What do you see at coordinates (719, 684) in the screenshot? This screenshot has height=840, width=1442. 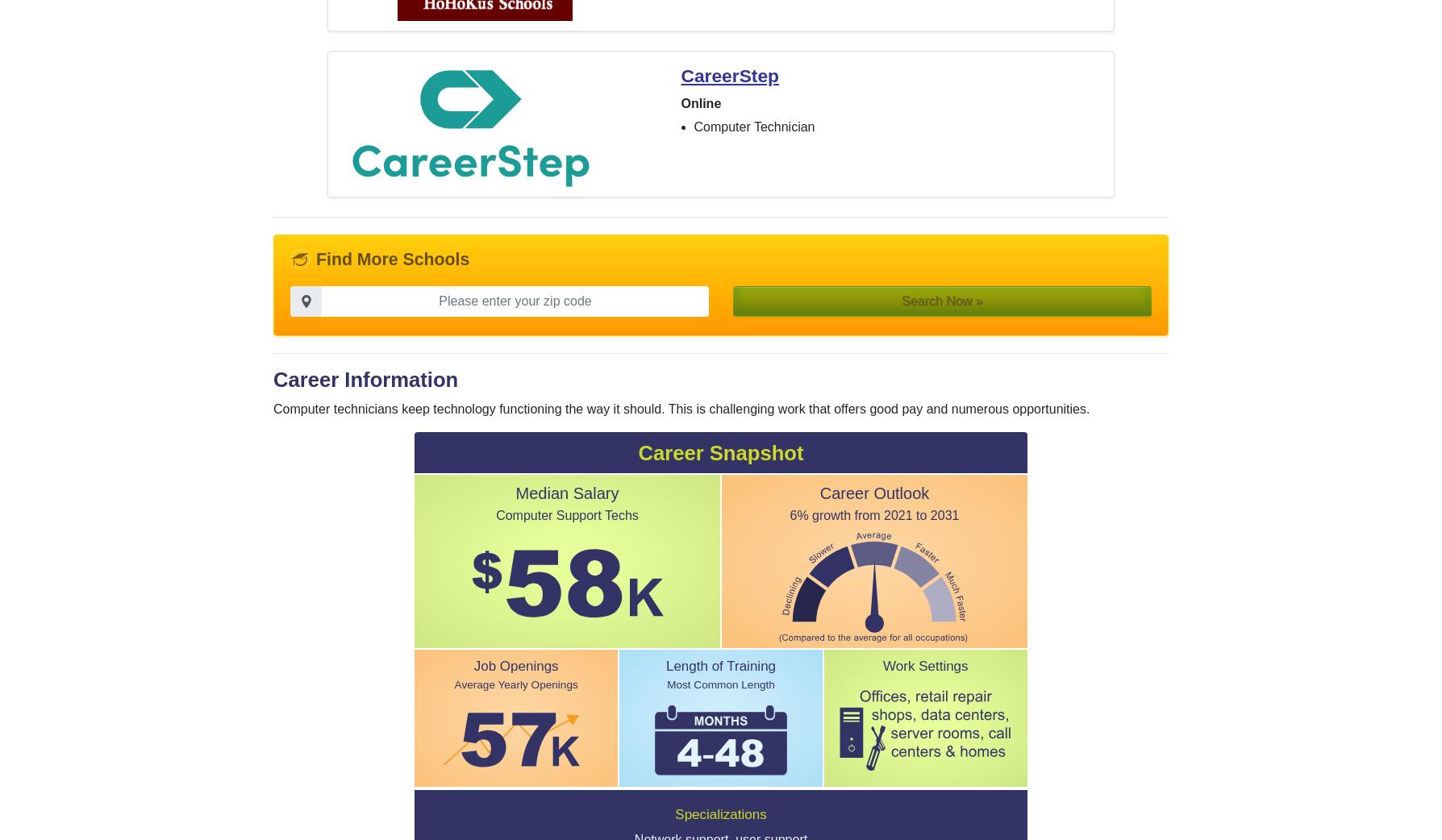 I see `'Most Common Length'` at bounding box center [719, 684].